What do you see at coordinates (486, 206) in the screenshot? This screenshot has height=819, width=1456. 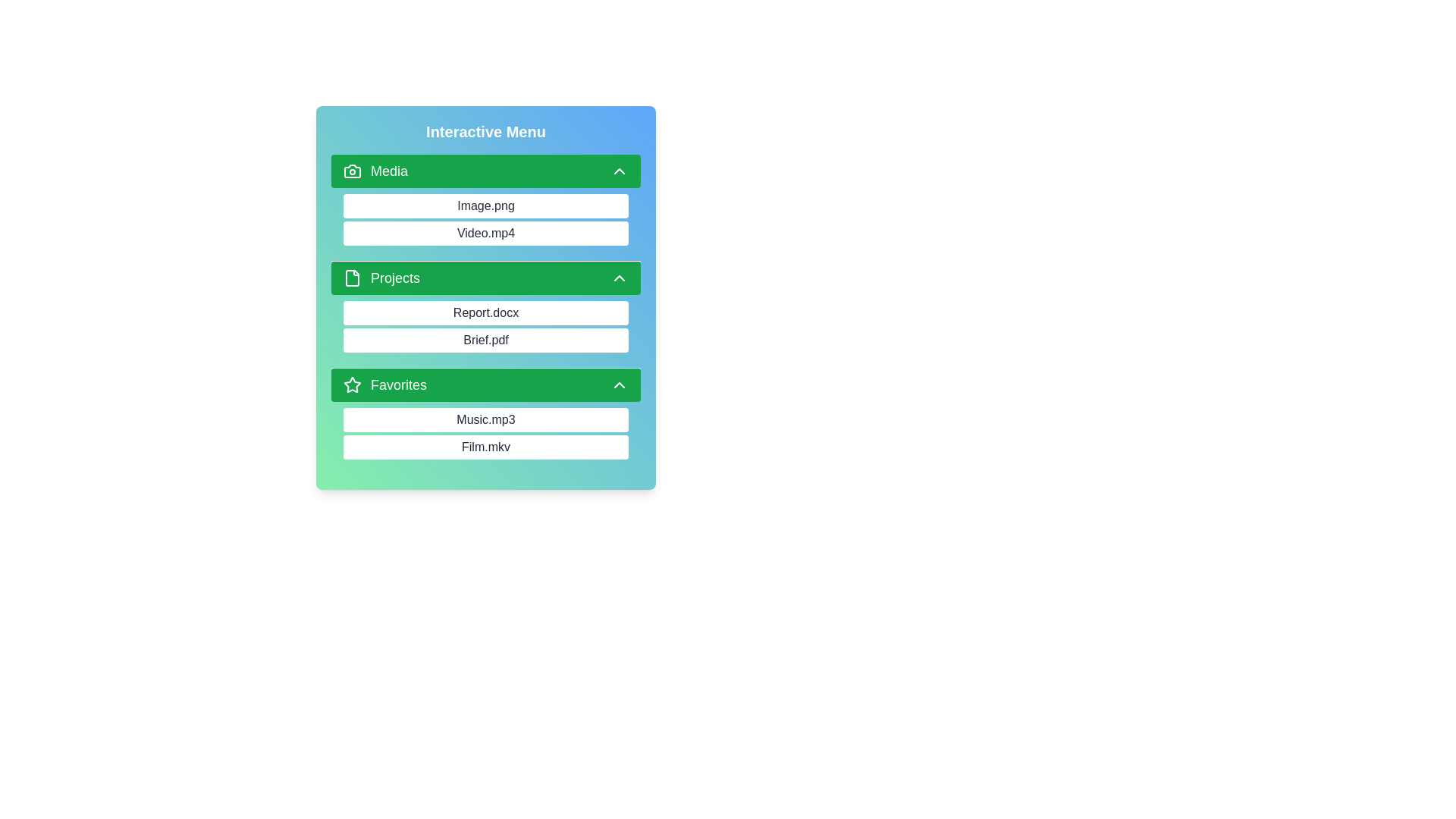 I see `the item Image.png to observe its hover effect` at bounding box center [486, 206].